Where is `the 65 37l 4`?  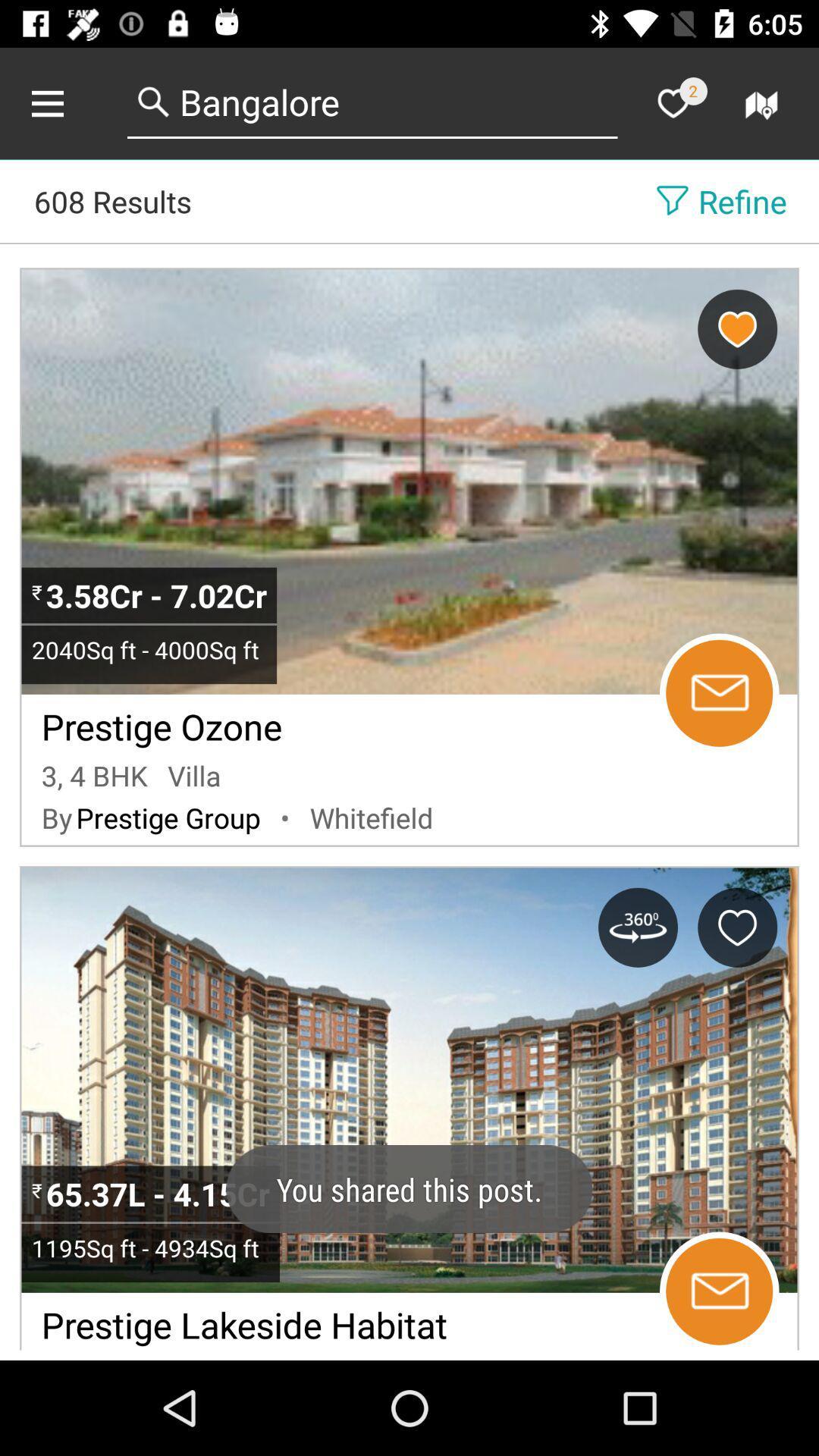 the 65 37l 4 is located at coordinates (161, 1193).